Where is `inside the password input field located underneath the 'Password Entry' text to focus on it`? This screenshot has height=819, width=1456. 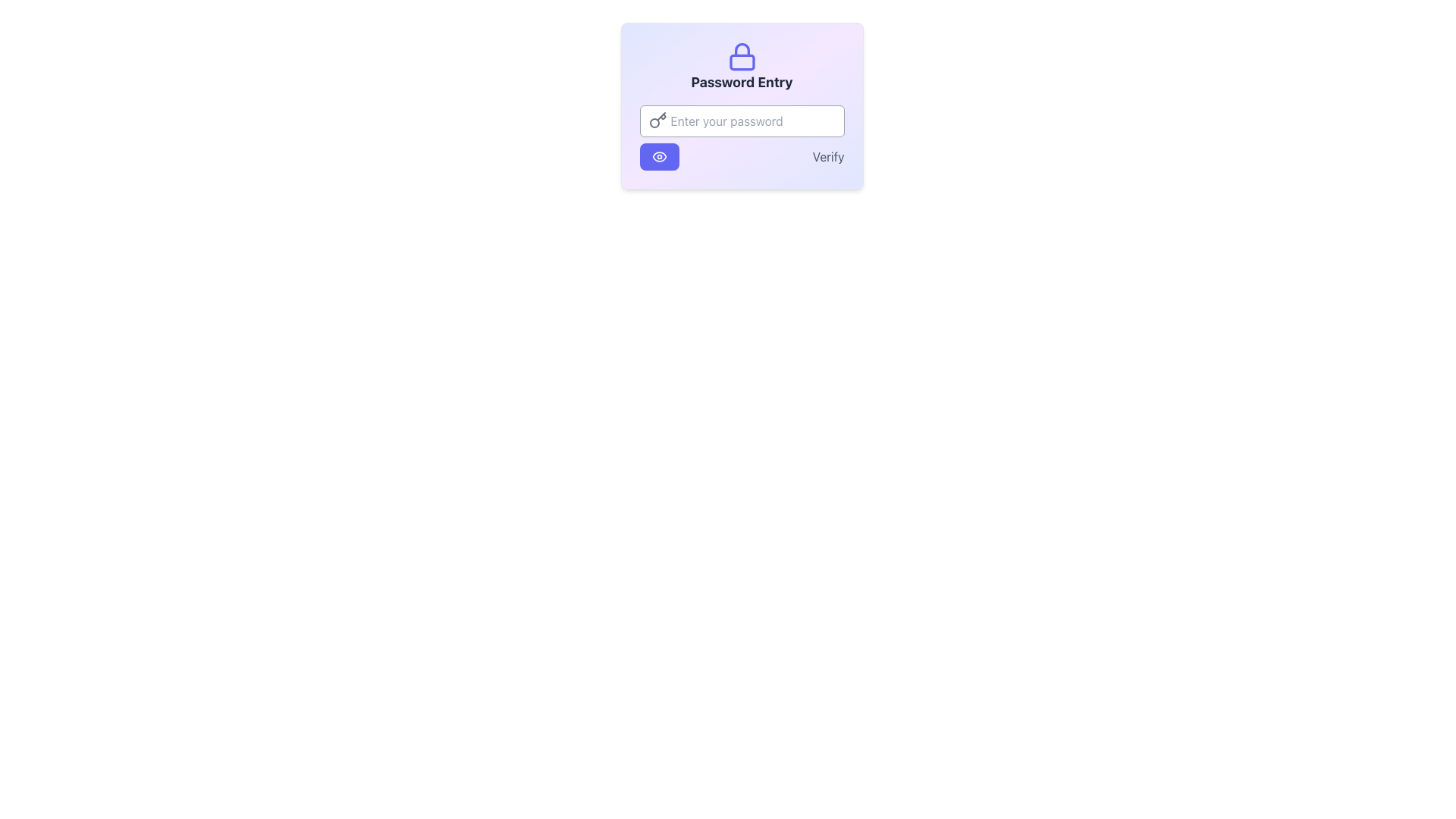 inside the password input field located underneath the 'Password Entry' text to focus on it is located at coordinates (742, 120).